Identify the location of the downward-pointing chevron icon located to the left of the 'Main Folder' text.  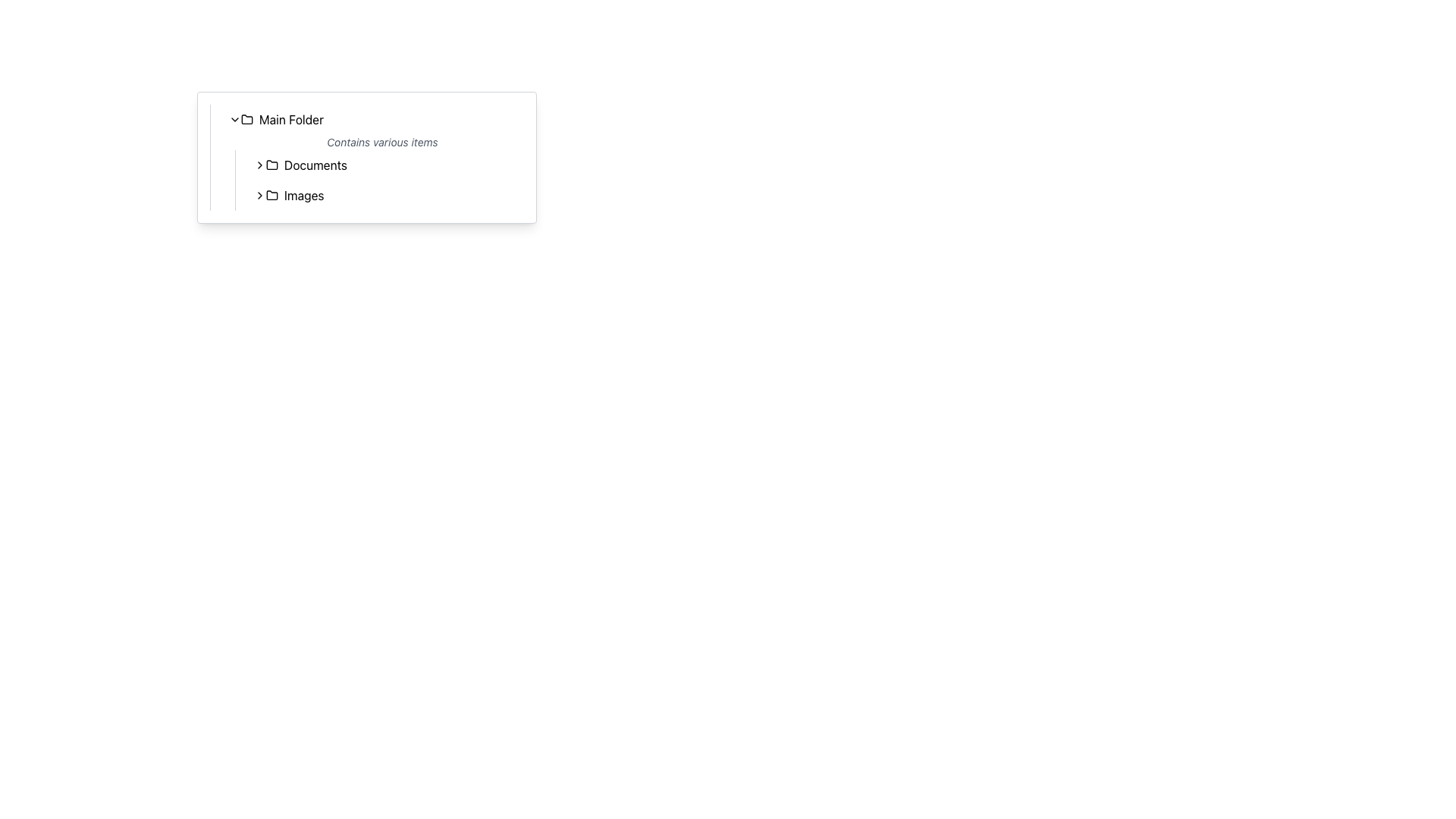
(234, 119).